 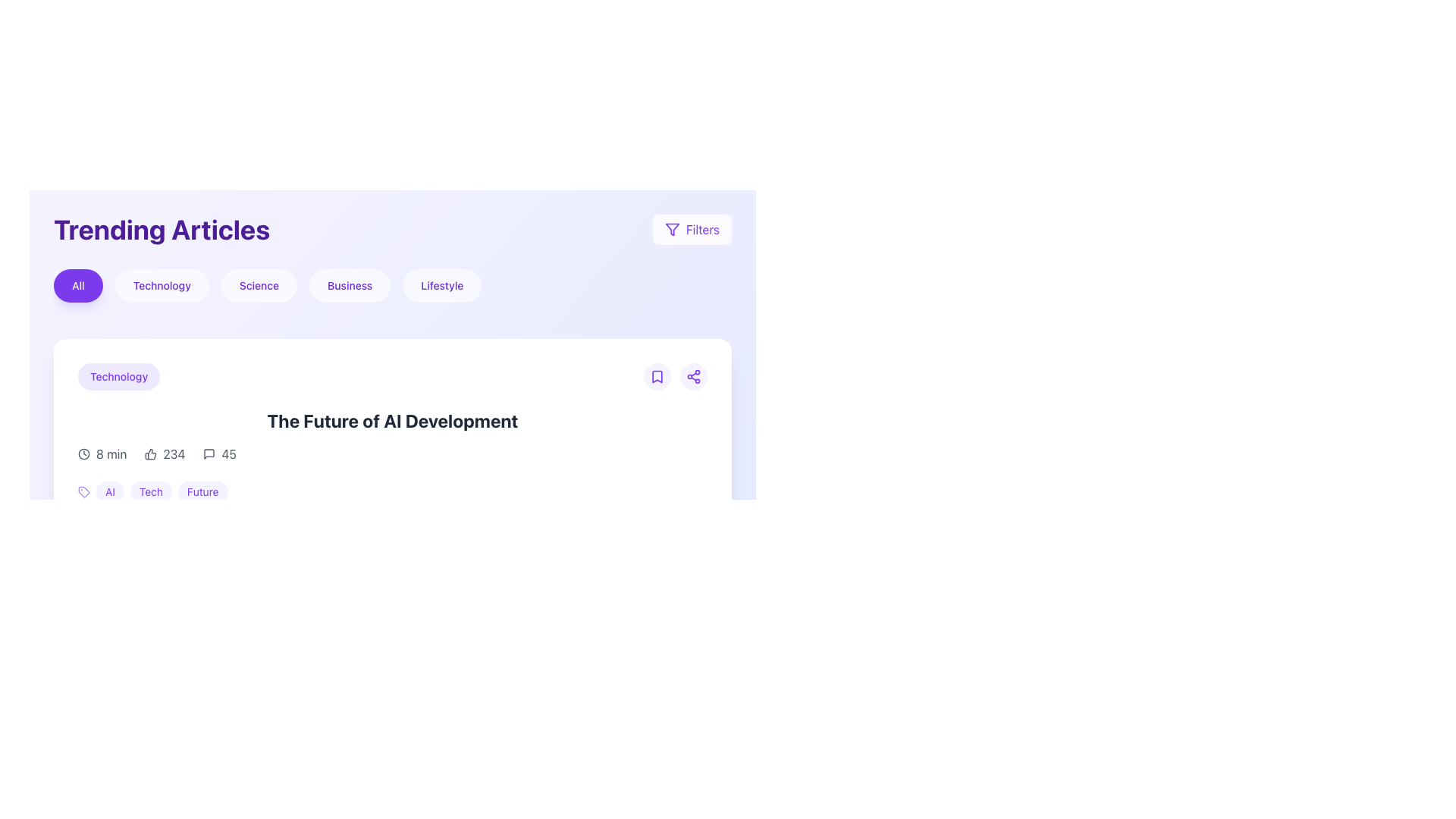 What do you see at coordinates (83, 491) in the screenshot?
I see `icon located on the leftmost side of a horizontal group, which visually accompanies the text tags 'AI', 'Tech', and 'Future'` at bounding box center [83, 491].